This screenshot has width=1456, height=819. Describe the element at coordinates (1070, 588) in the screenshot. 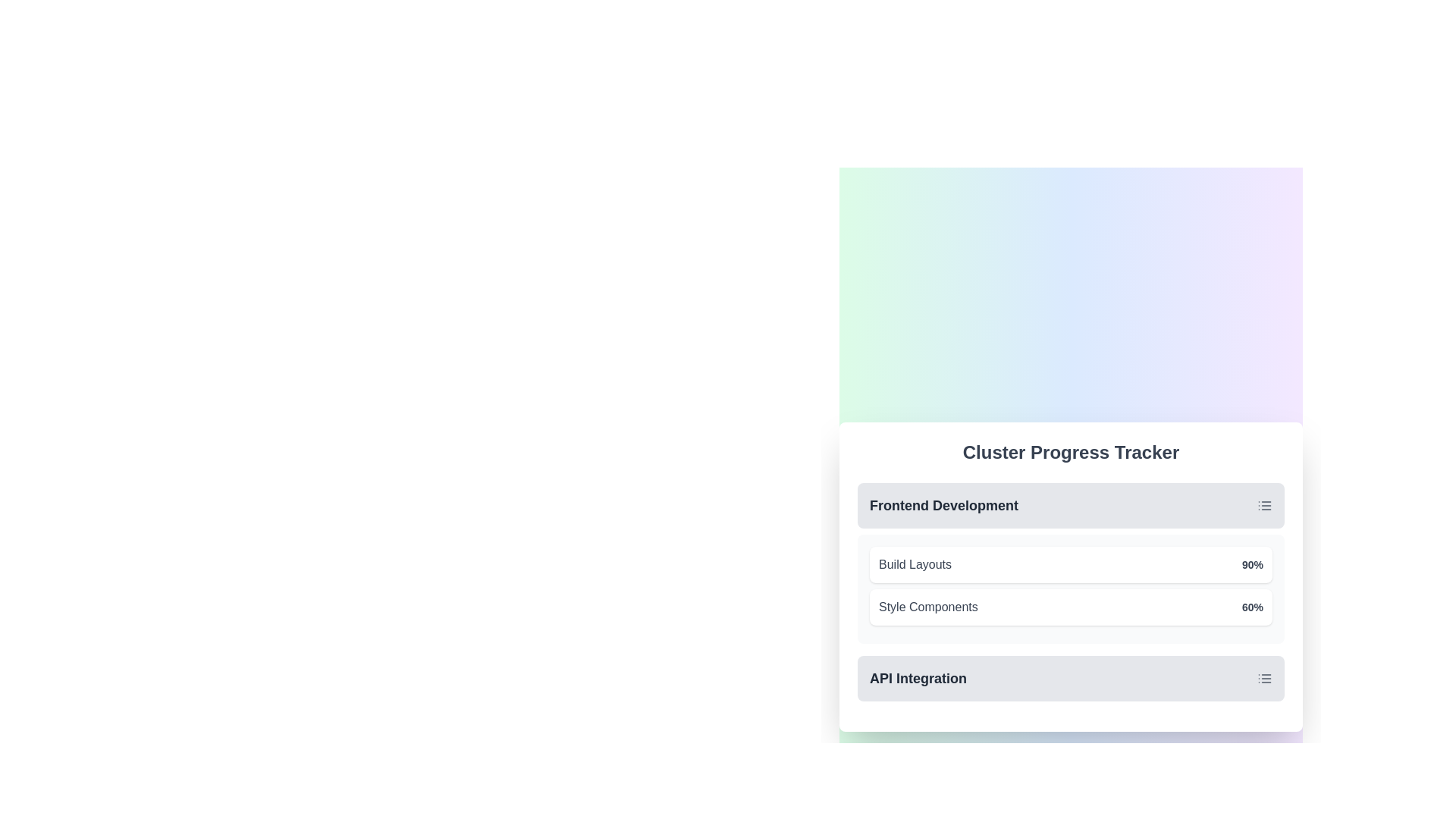

I see `the Progress tracker with multiple rows that displays progress indicators for tasks like 'Build Layouts' and 'Style Components.'` at that location.